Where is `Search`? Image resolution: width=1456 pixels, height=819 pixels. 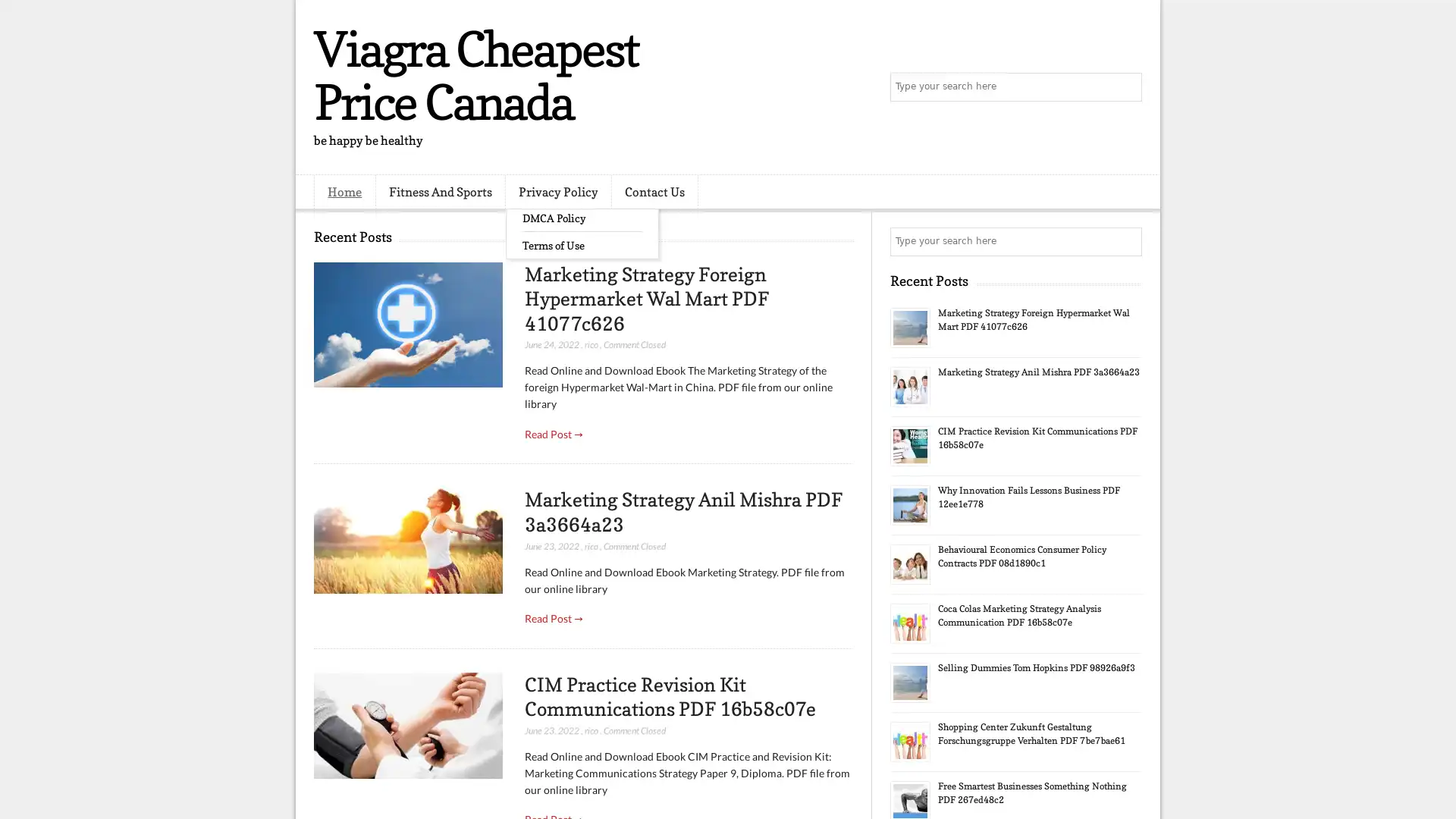 Search is located at coordinates (1126, 241).